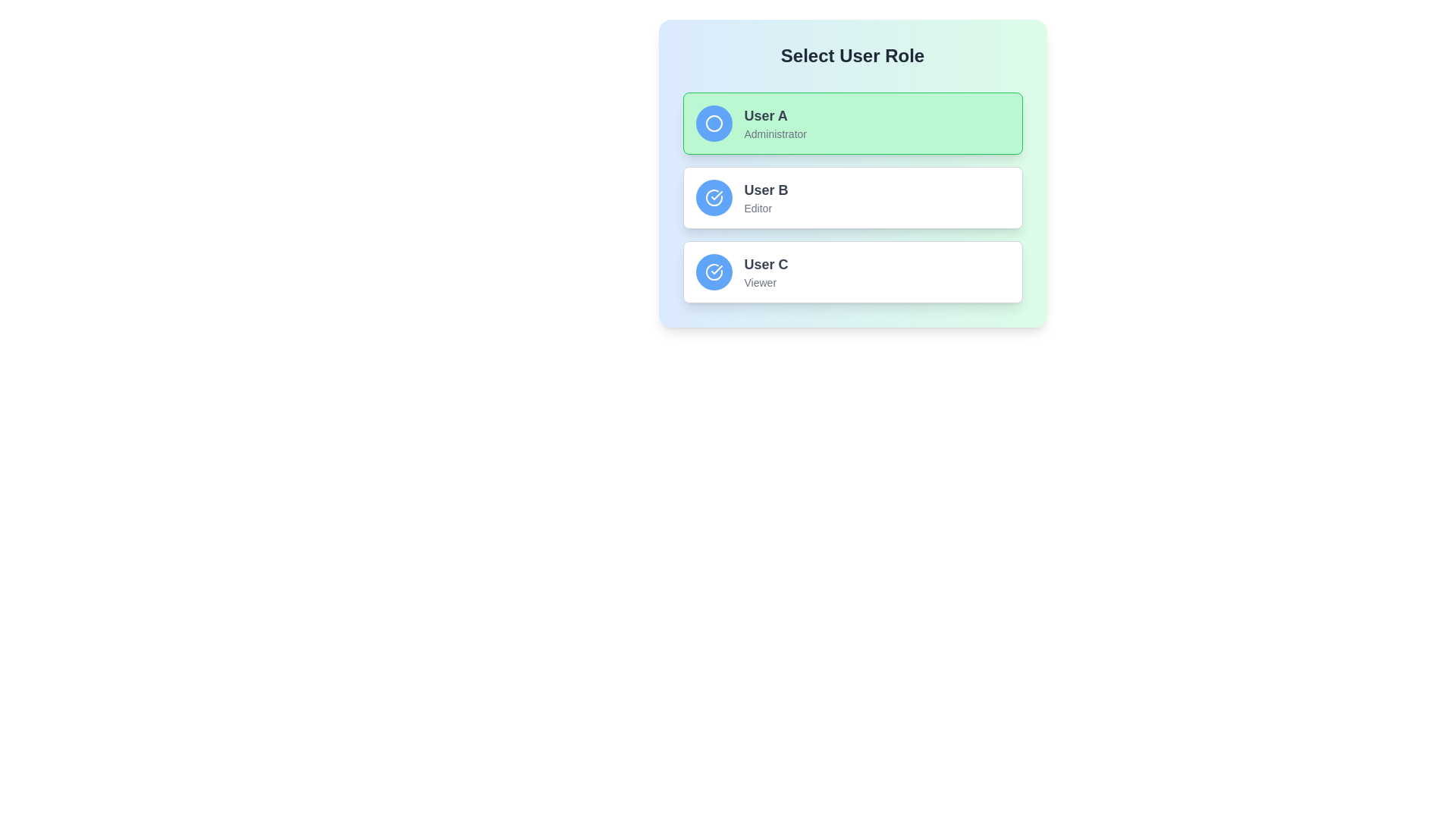  What do you see at coordinates (713, 271) in the screenshot?
I see `the circular blue icon with a white check mark, located to the left of the text 'User C' in the 'User C Viewer' card` at bounding box center [713, 271].